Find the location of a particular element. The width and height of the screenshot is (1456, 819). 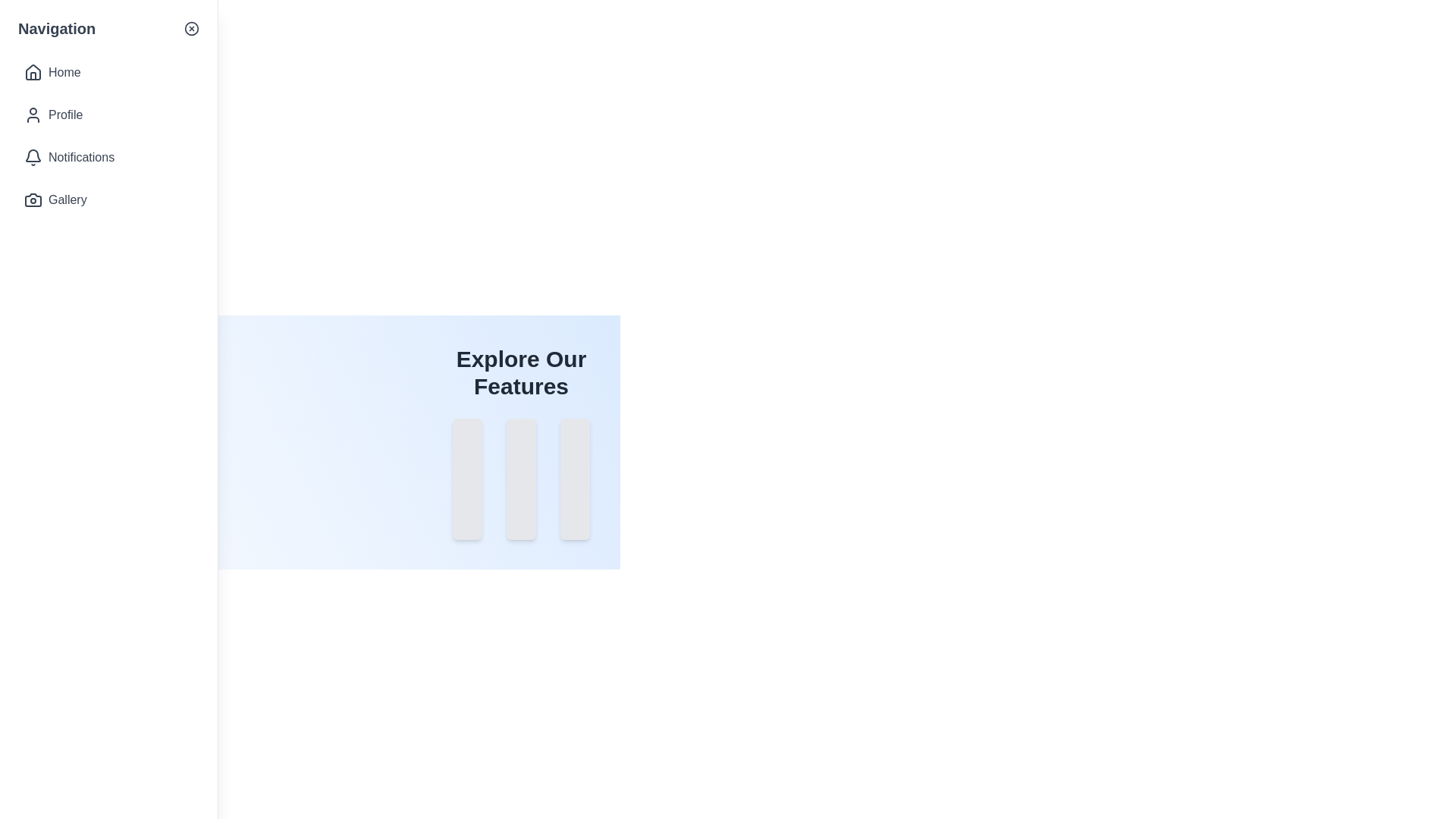

the Notifications button in the vertical navigation bar to observe a background color change is located at coordinates (108, 158).